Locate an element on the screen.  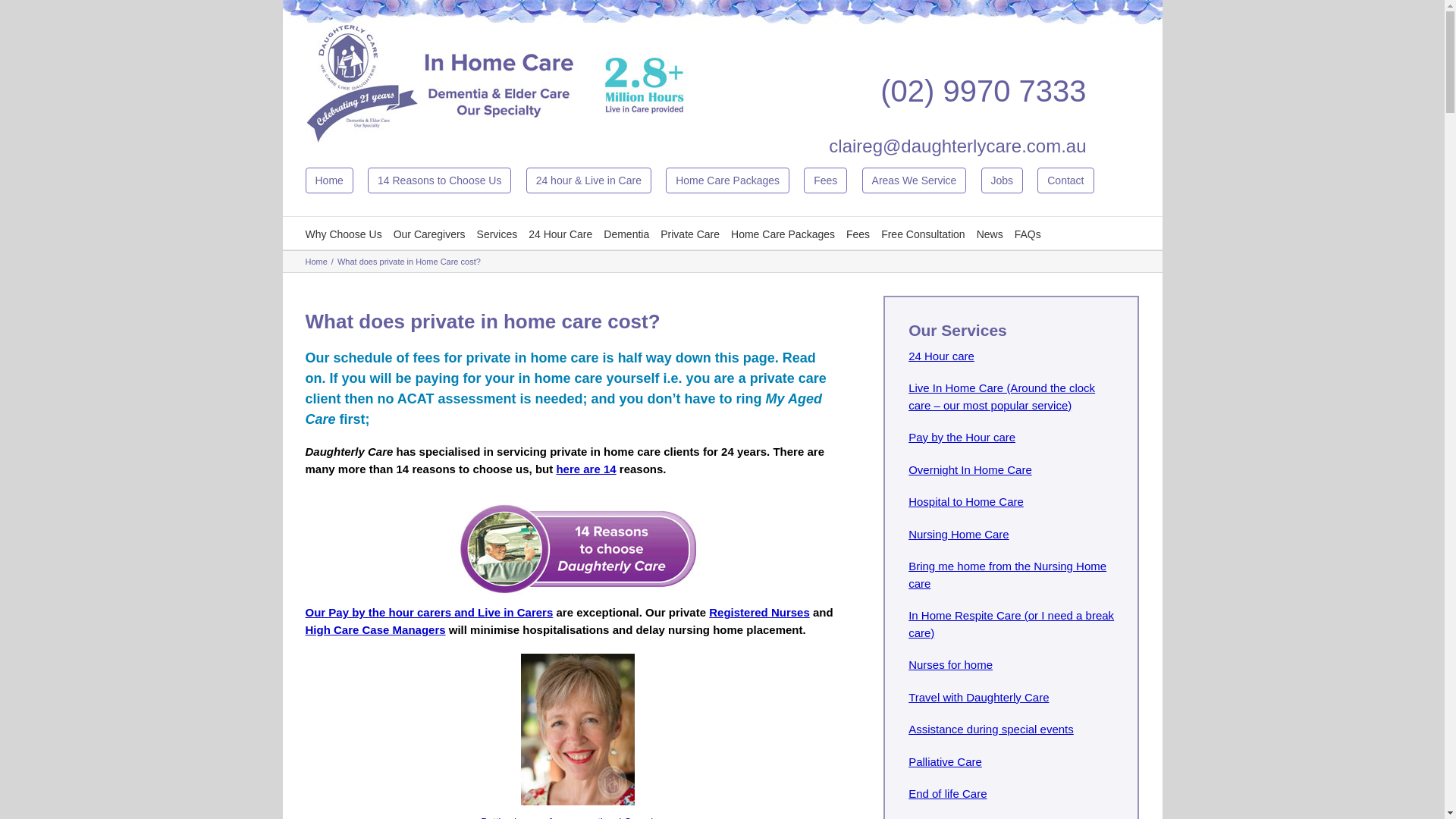
'Hospital to Home Care' is located at coordinates (965, 501).